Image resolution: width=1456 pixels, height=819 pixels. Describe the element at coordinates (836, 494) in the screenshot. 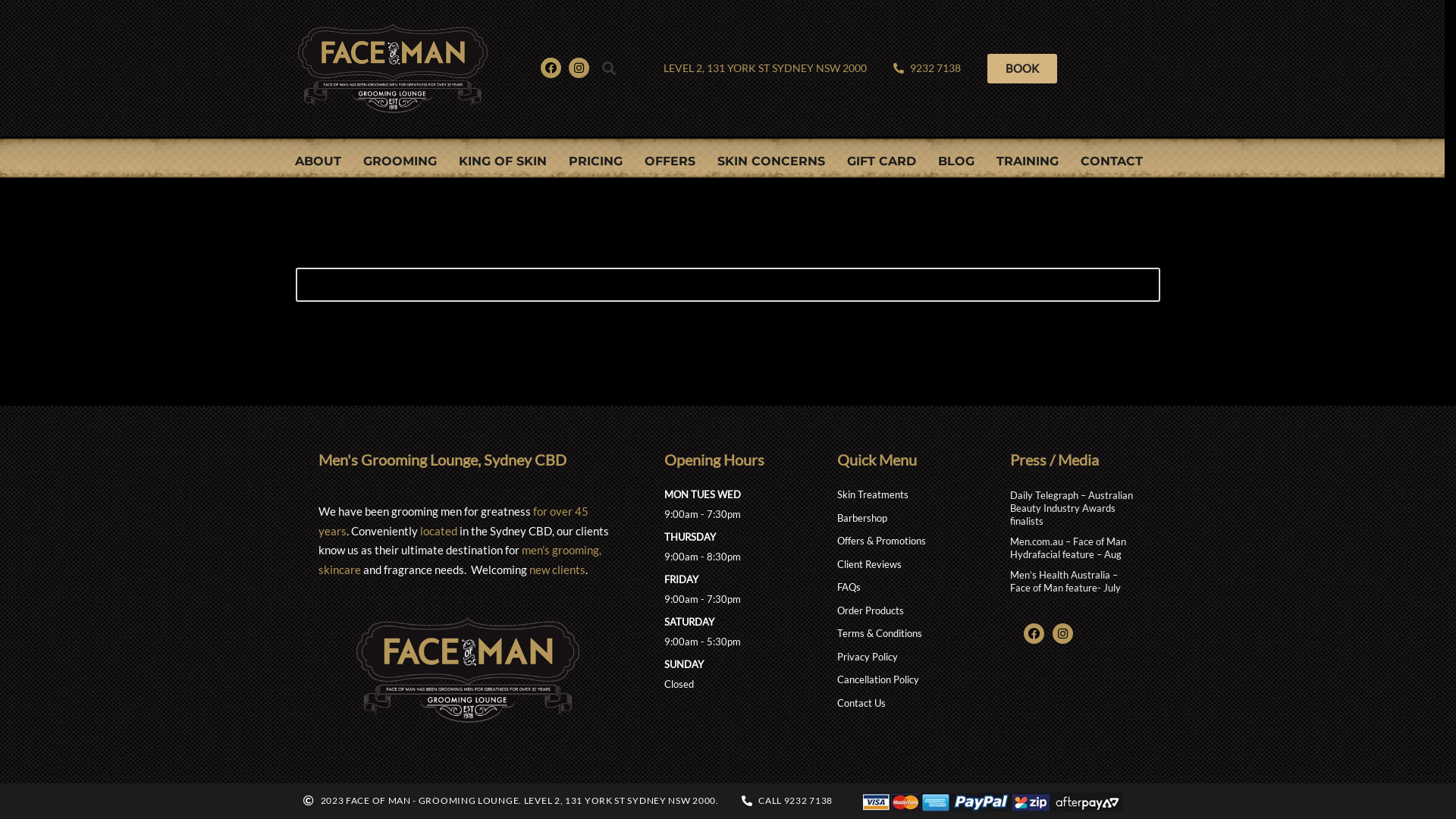

I see `'Skin Treatments'` at that location.